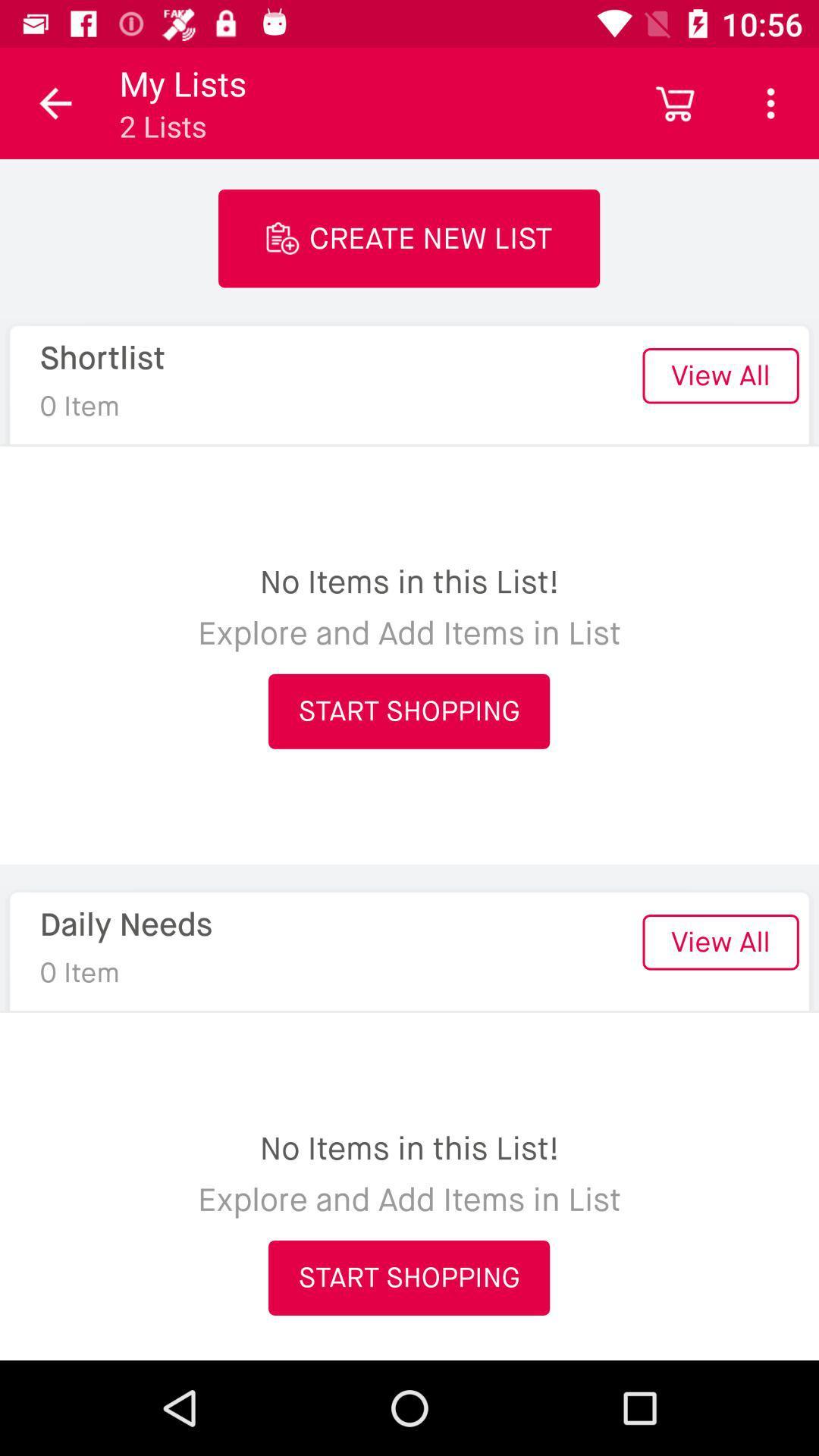  Describe the element at coordinates (771, 102) in the screenshot. I see `item above view all item` at that location.